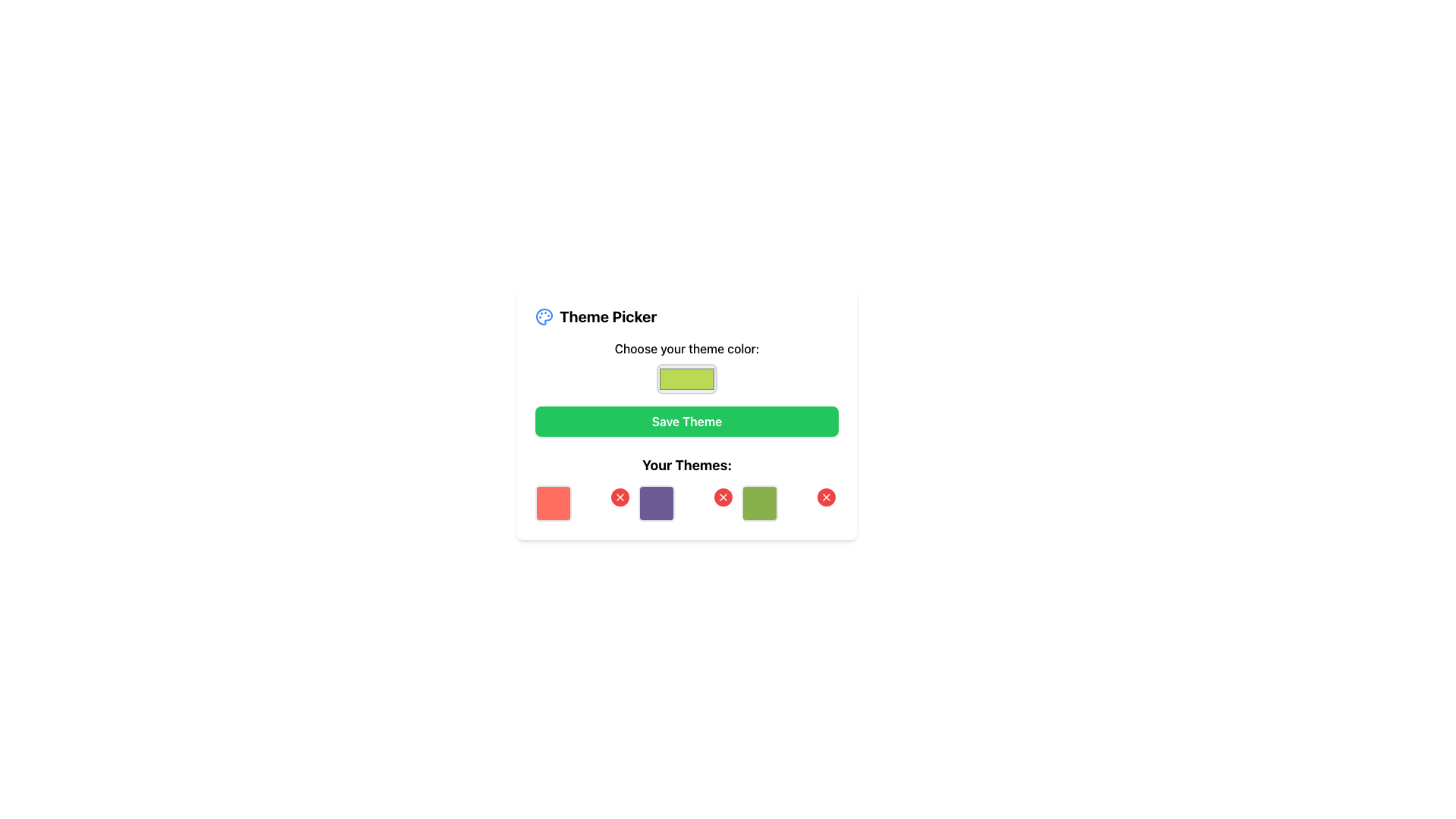 Image resolution: width=1456 pixels, height=819 pixels. What do you see at coordinates (686, 464) in the screenshot?
I see `the text label that reads 'Your Themes:', which is styled with bold and large fonts, and is located above a grid of color blocks` at bounding box center [686, 464].